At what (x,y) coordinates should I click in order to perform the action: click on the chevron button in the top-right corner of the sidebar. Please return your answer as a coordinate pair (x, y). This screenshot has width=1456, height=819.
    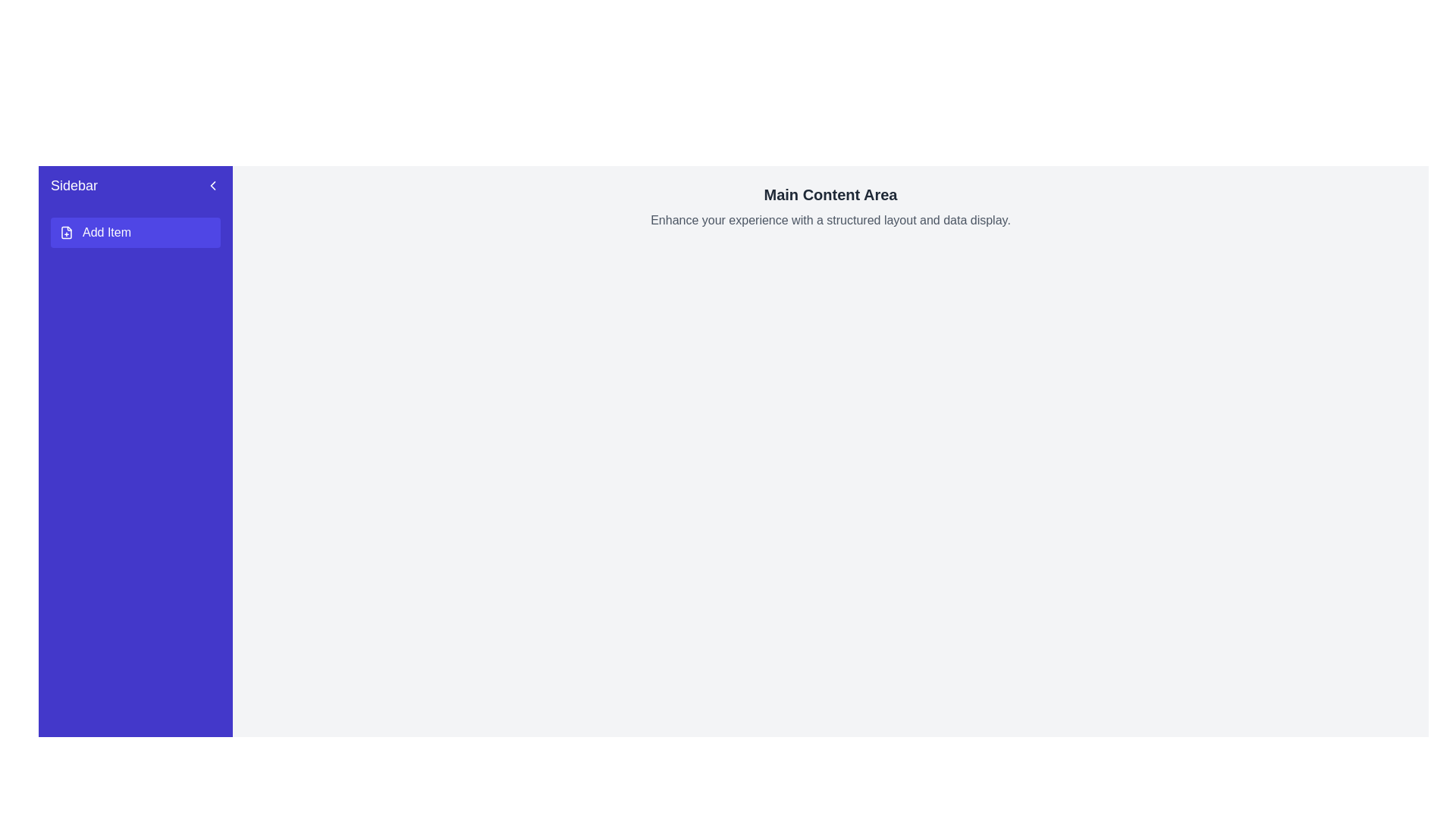
    Looking at the image, I should click on (212, 185).